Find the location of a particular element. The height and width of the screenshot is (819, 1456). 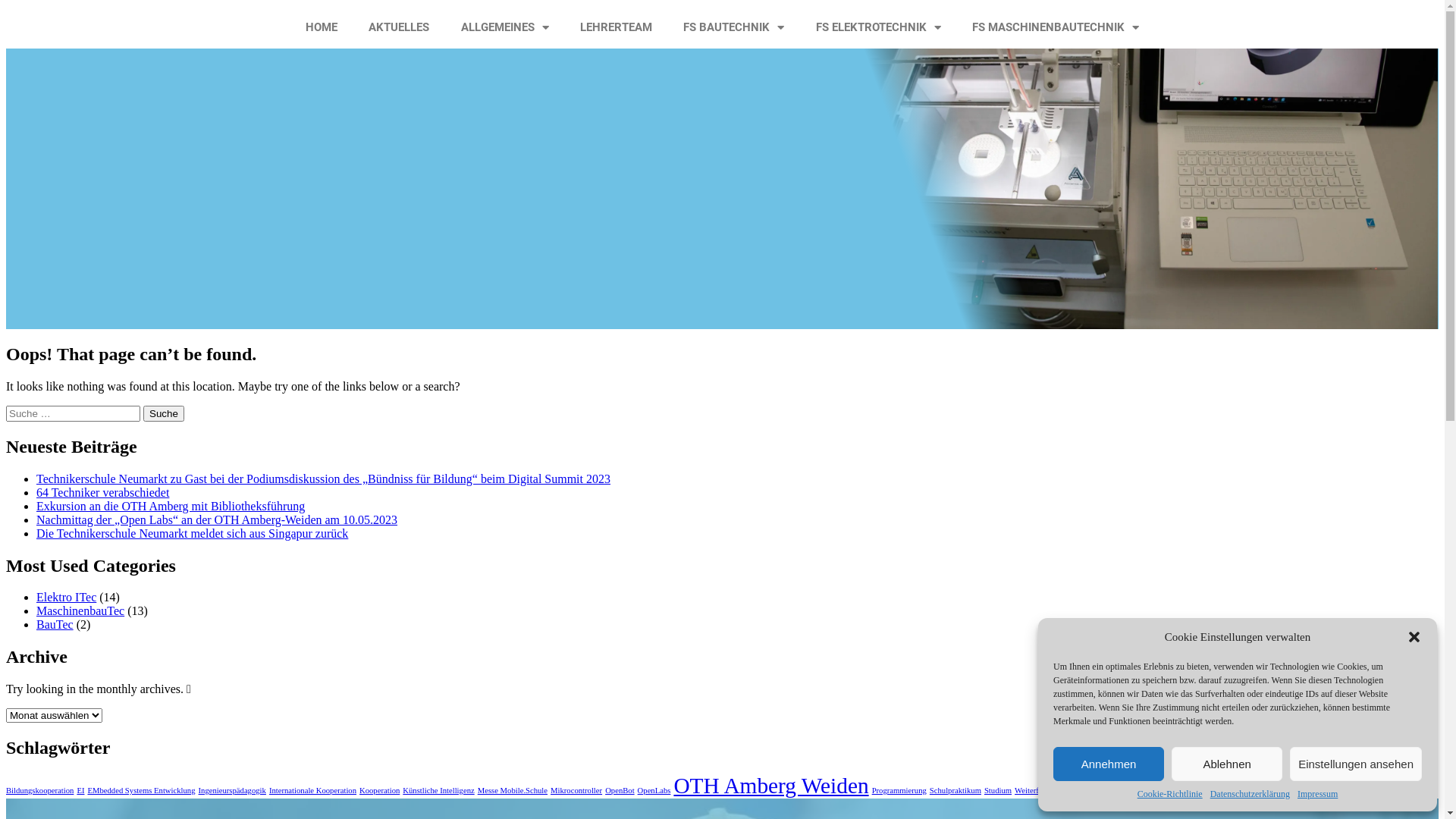

'MaschinenbauTec' is located at coordinates (79, 610).